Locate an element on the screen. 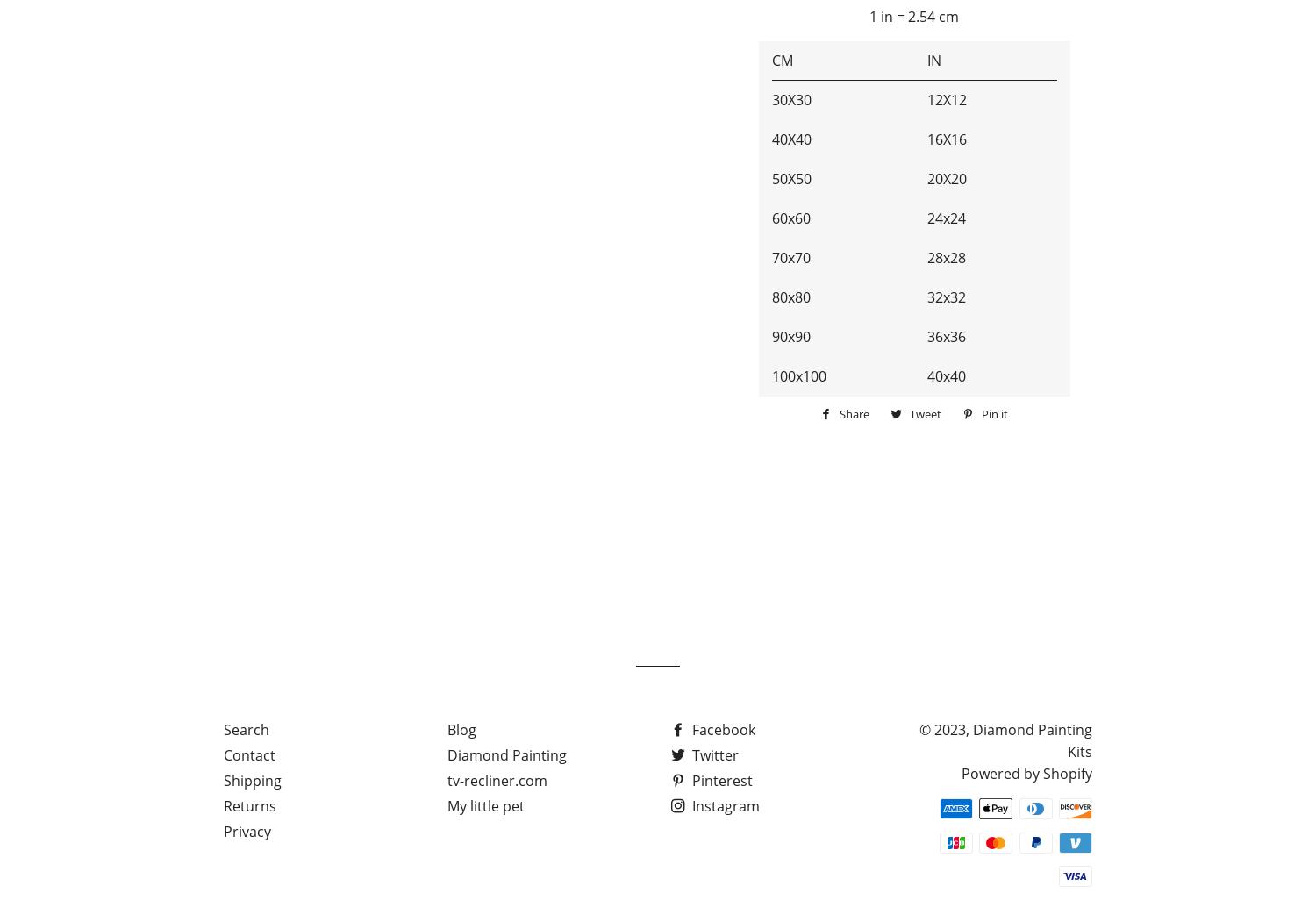 Image resolution: width=1316 pixels, height=922 pixels. '24x24' is located at coordinates (945, 218).